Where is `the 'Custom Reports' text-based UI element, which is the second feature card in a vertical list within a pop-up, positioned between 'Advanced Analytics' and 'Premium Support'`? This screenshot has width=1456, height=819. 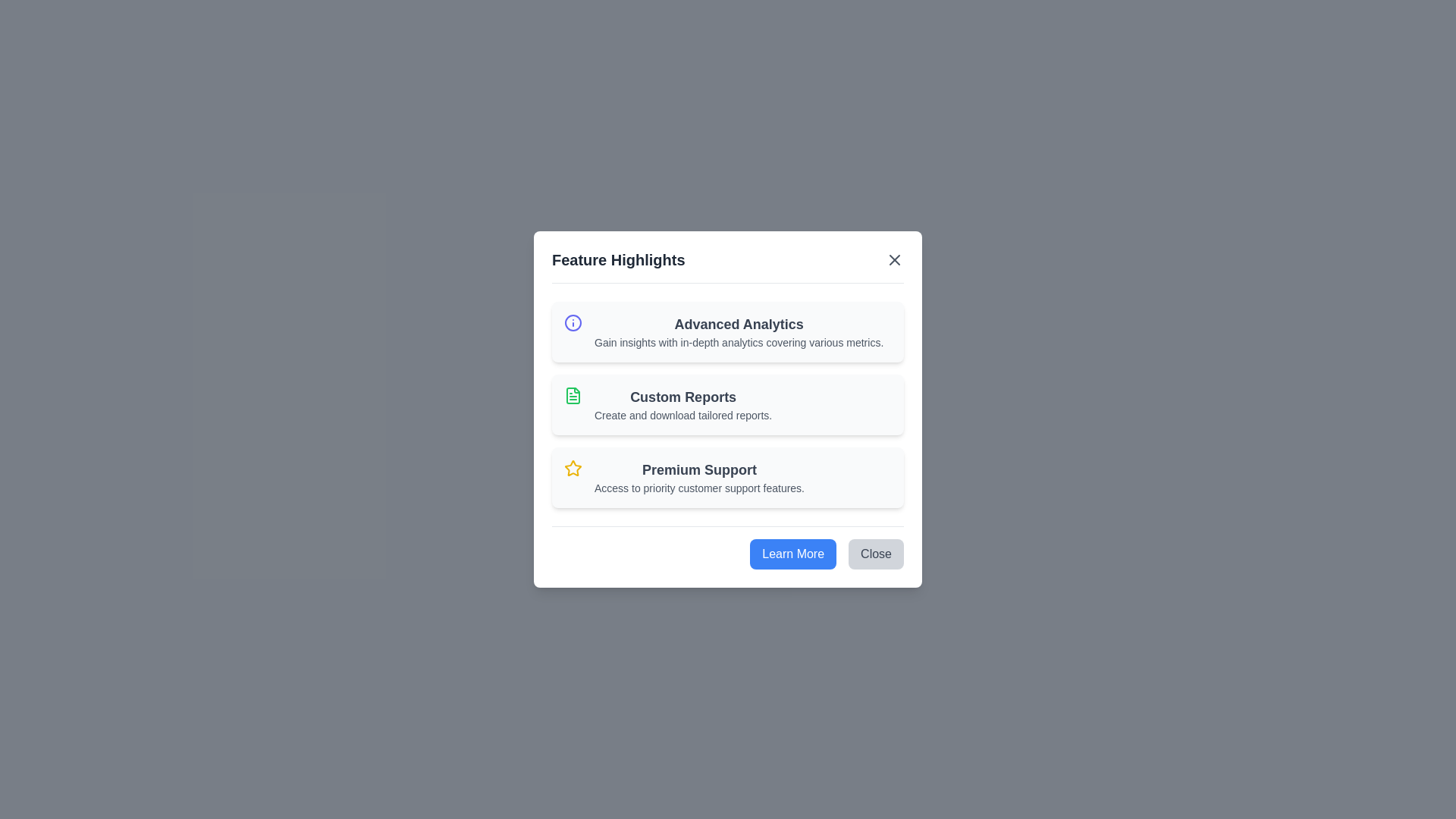 the 'Custom Reports' text-based UI element, which is the second feature card in a vertical list within a pop-up, positioned between 'Advanced Analytics' and 'Premium Support' is located at coordinates (682, 403).